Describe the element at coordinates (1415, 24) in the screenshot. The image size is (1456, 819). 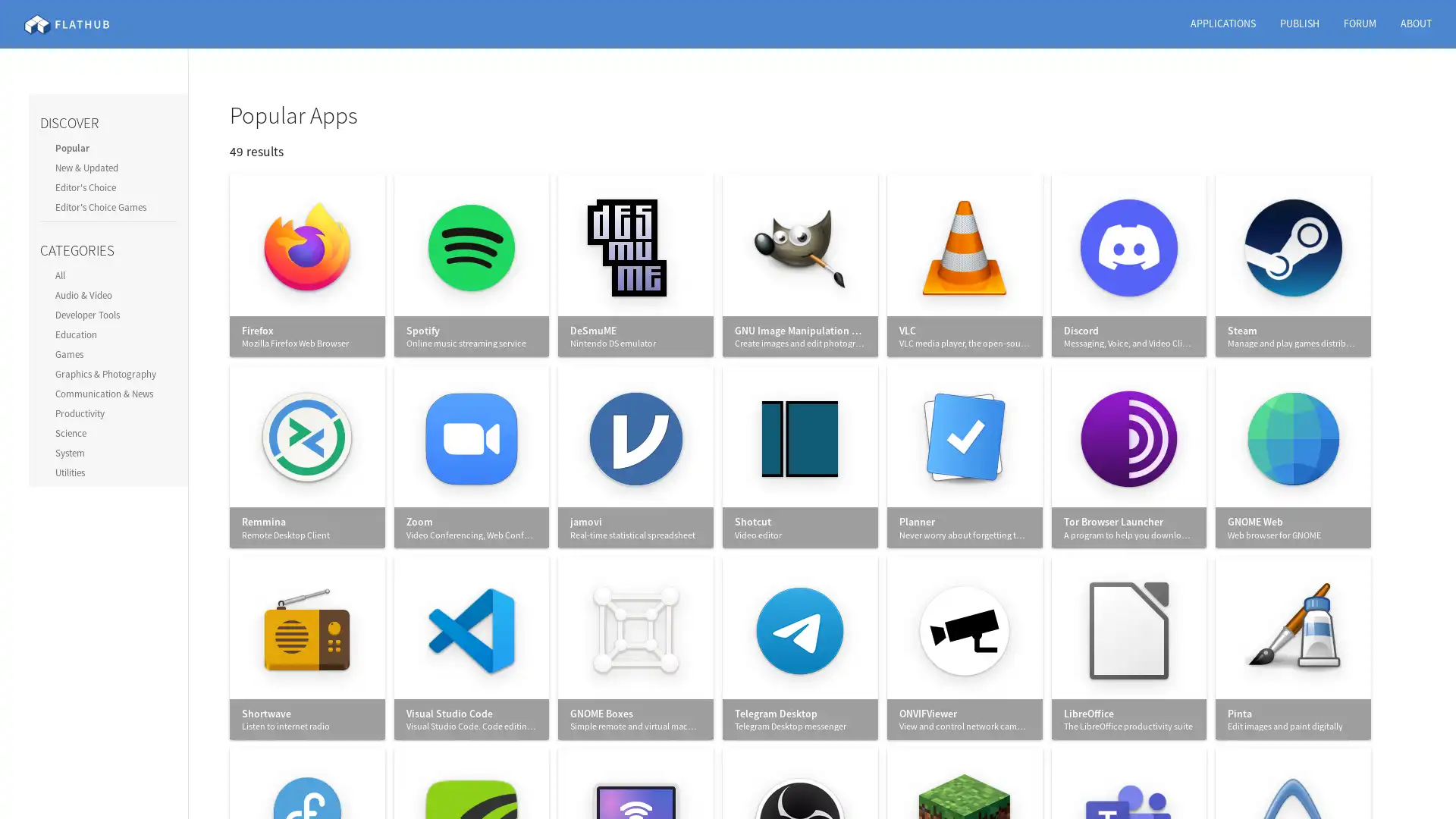
I see `ABOUT` at that location.